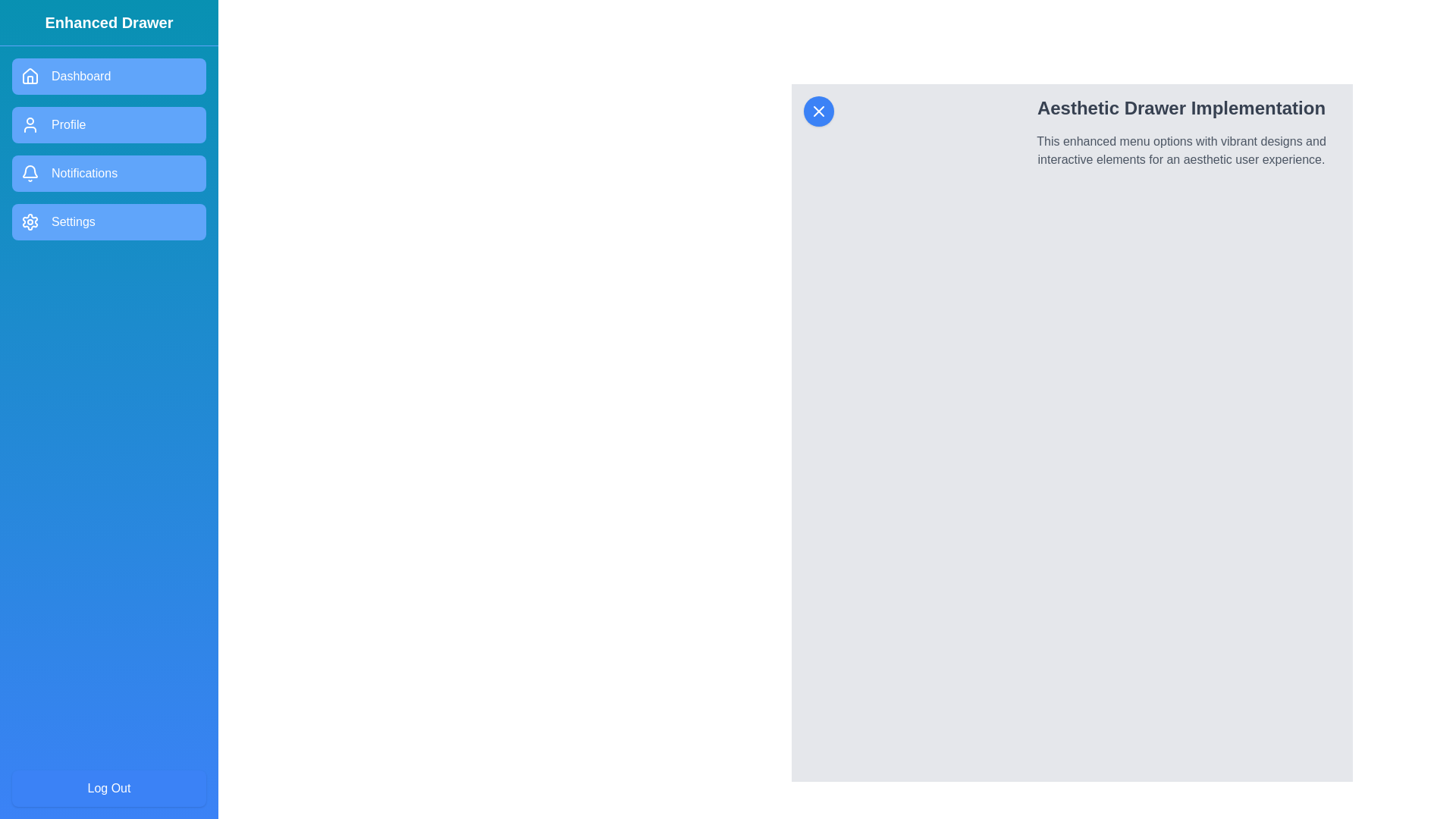 Image resolution: width=1456 pixels, height=819 pixels. Describe the element at coordinates (30, 172) in the screenshot. I see `the notification icon located in the 'Notifications' menu, which is the third item in the vertical sidebar navigation menu` at that location.